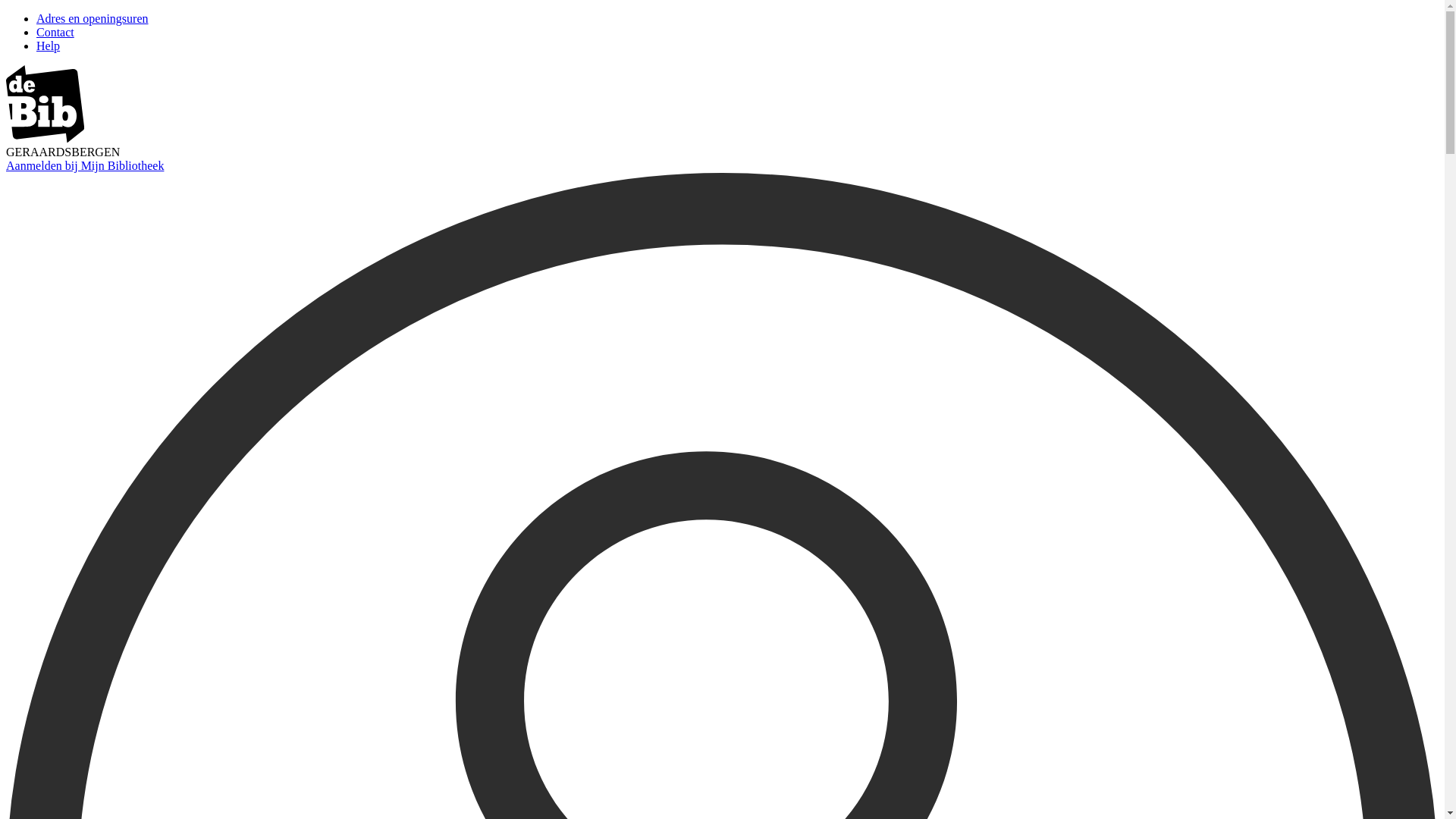 The image size is (1456, 819). Describe the element at coordinates (55, 32) in the screenshot. I see `'Contact'` at that location.